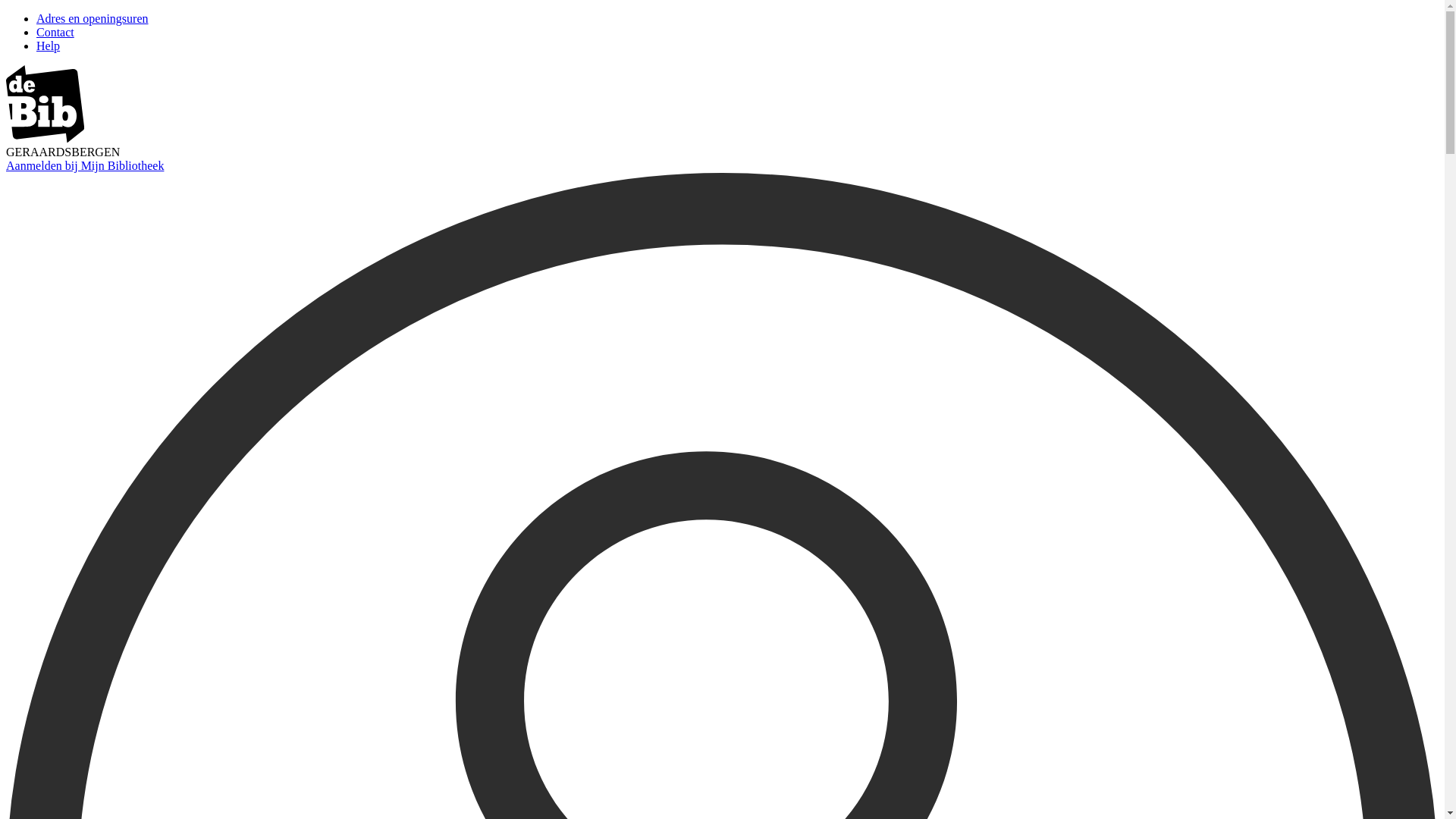 The image size is (1456, 819). Describe the element at coordinates (55, 32) in the screenshot. I see `'Contact'` at that location.